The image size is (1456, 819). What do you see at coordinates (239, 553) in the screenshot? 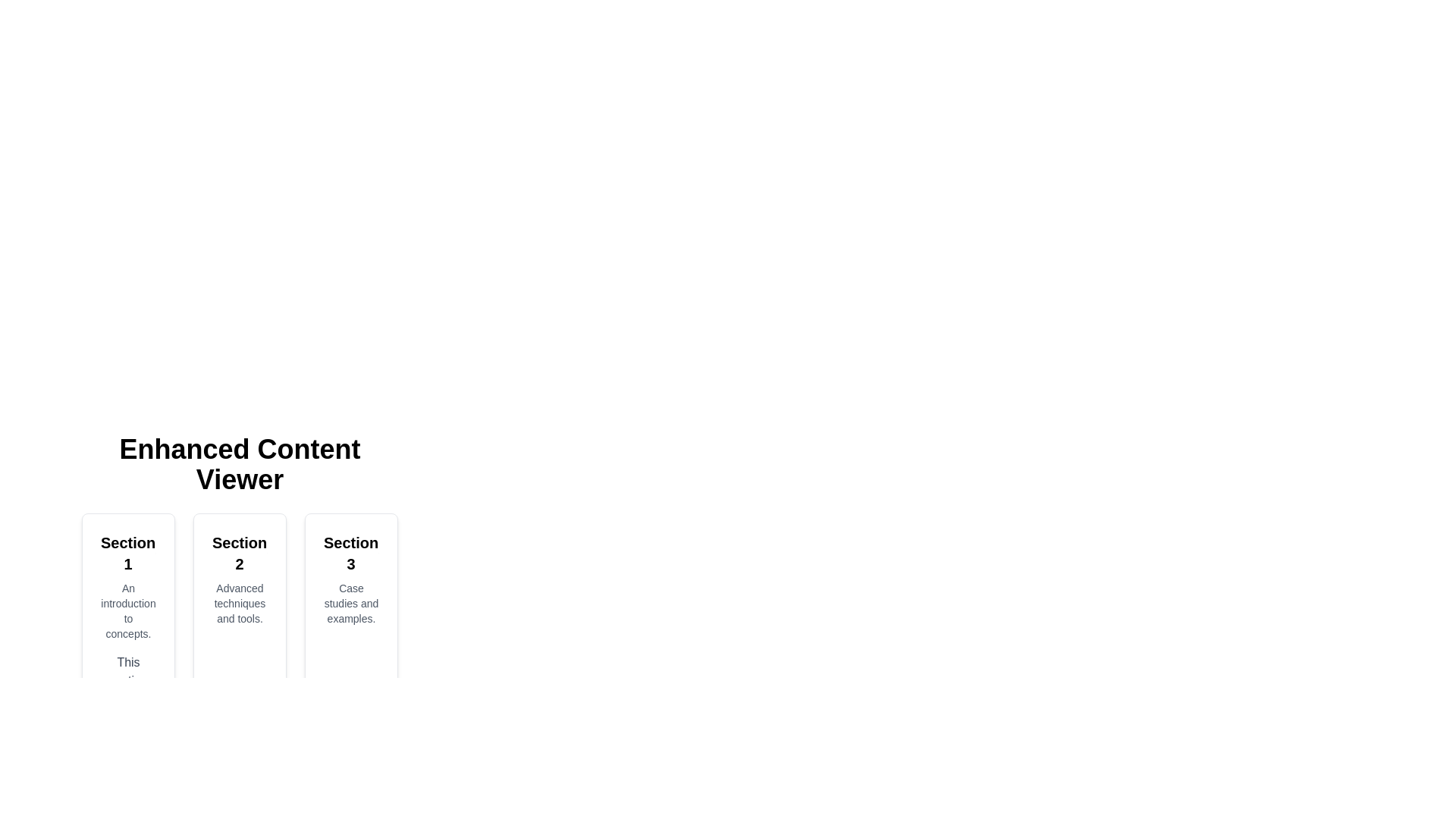
I see `the header text label located at the top of the central card in a three-column layout, which serves to identify the content section it represents` at bounding box center [239, 553].